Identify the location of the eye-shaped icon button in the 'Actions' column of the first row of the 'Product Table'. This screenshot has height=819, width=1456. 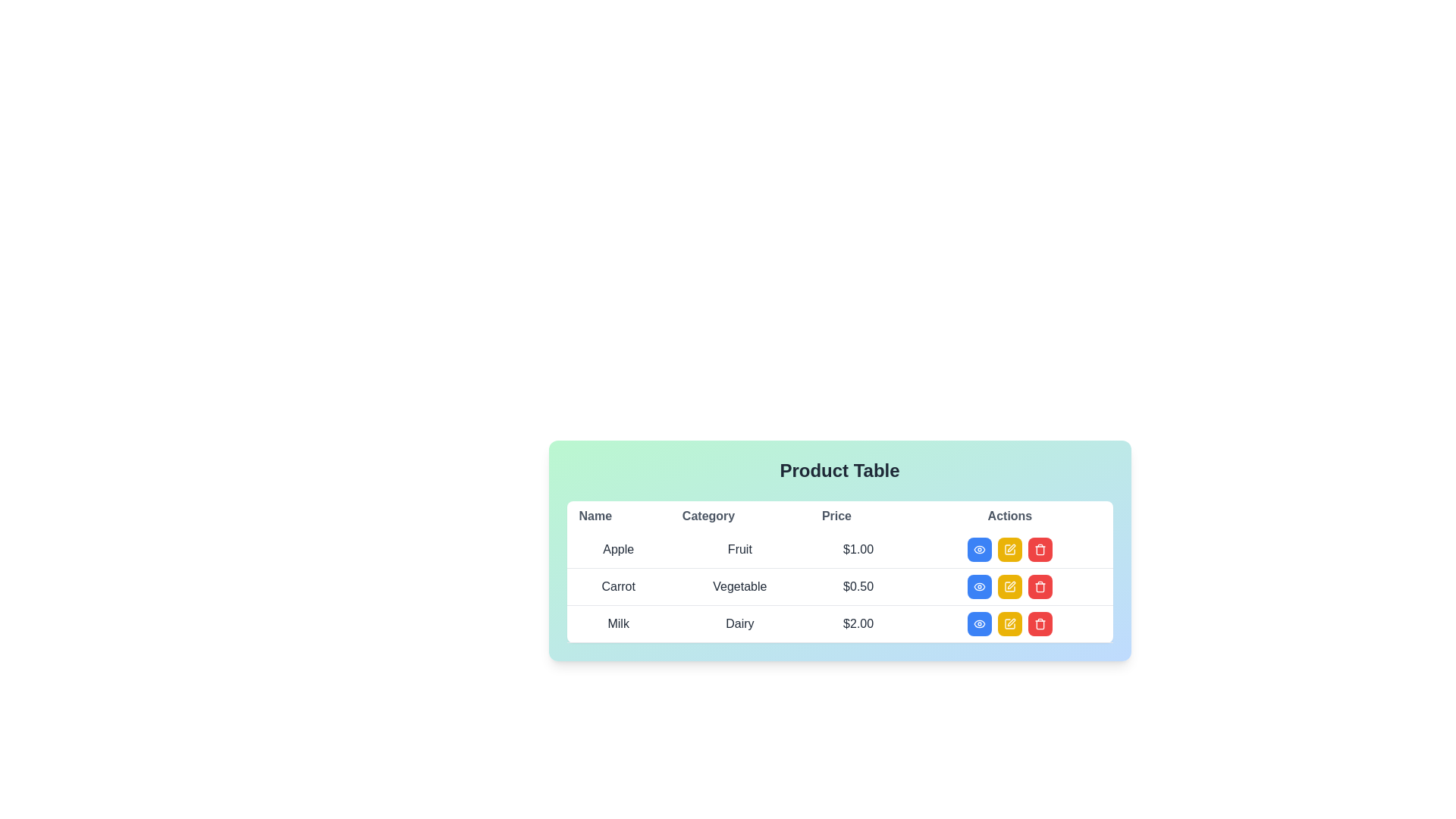
(979, 550).